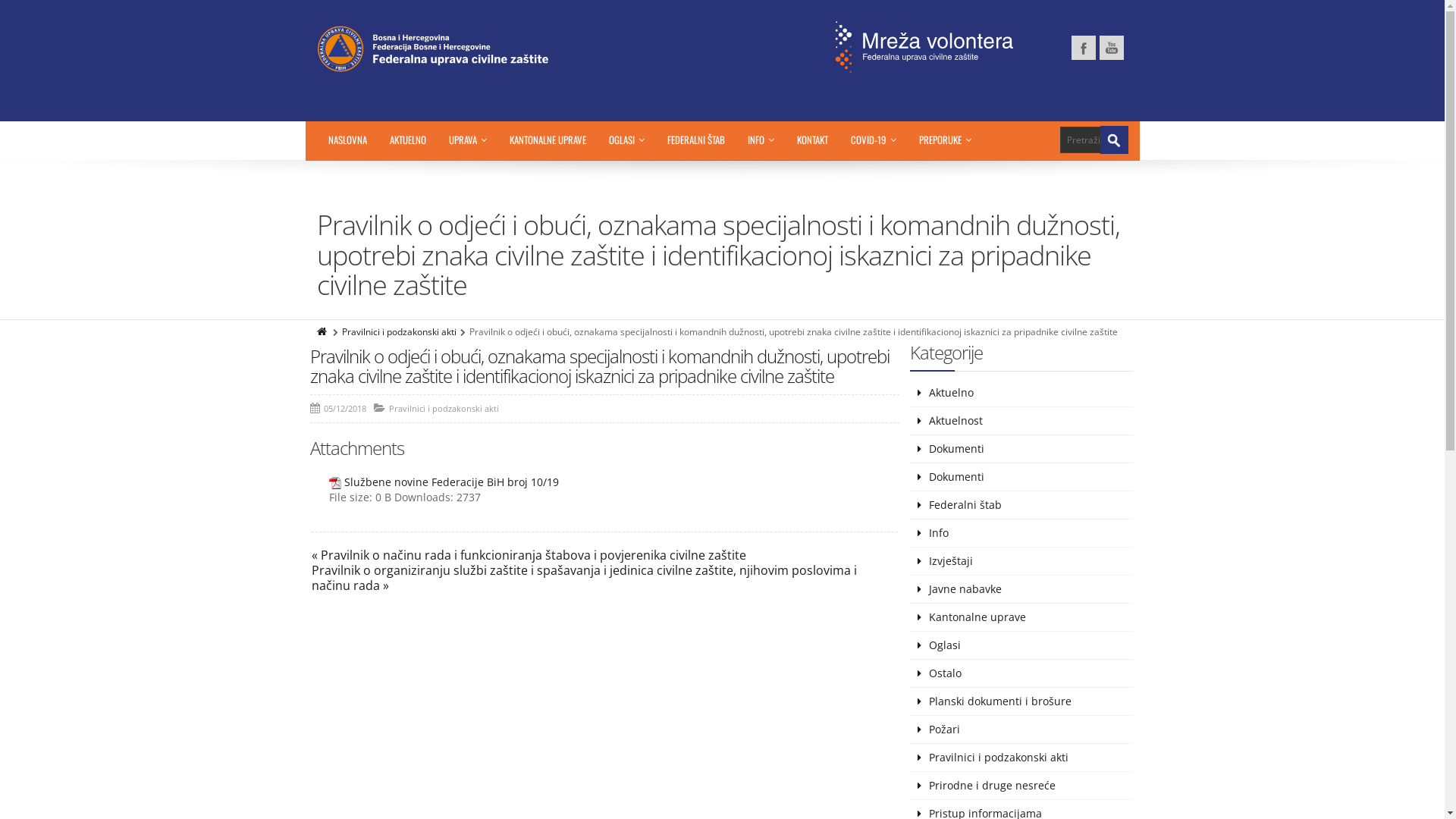  Describe the element at coordinates (1021, 421) in the screenshot. I see `'Aktuelnost'` at that location.